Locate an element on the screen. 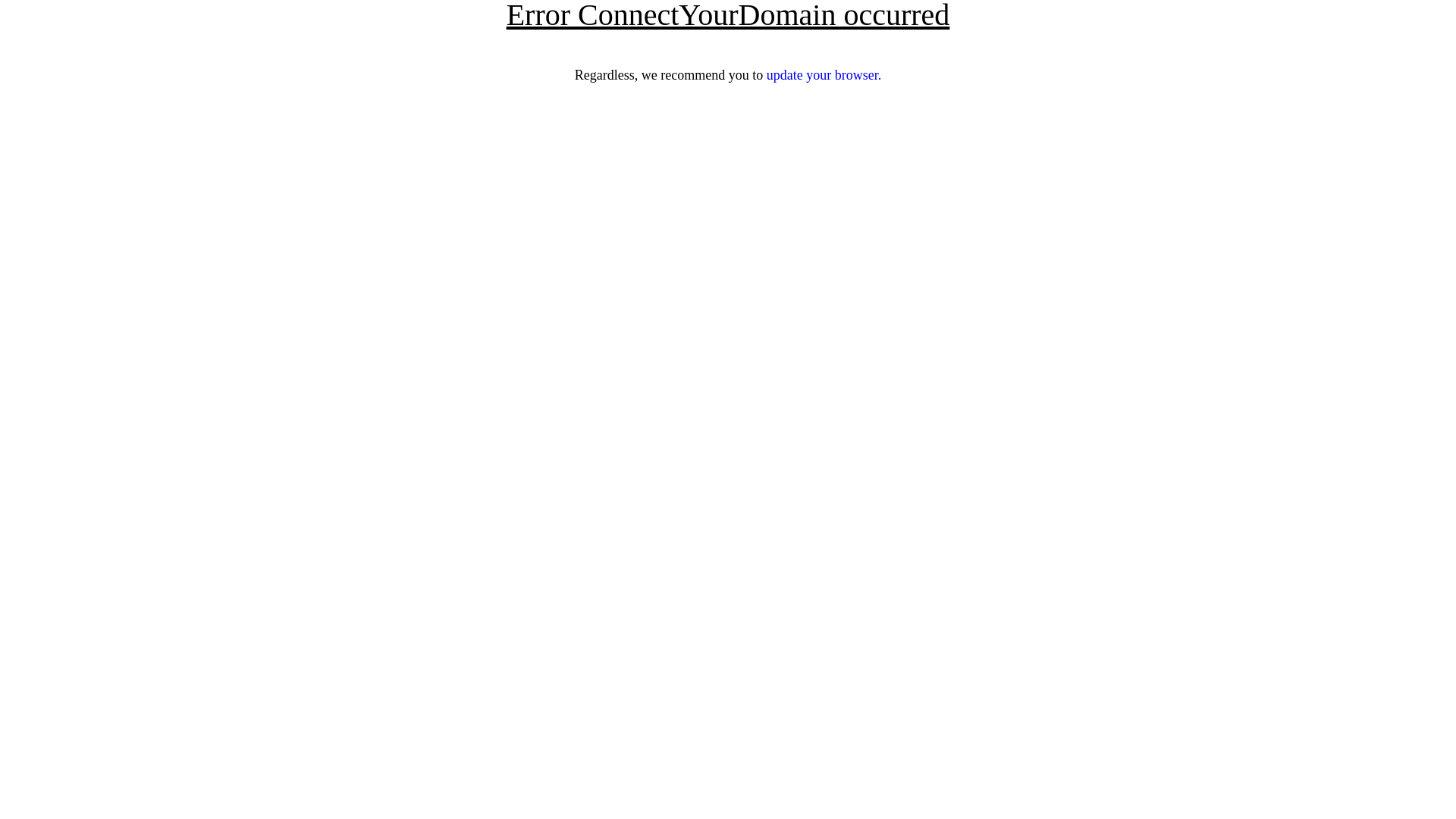  'update your browser.' is located at coordinates (823, 75).